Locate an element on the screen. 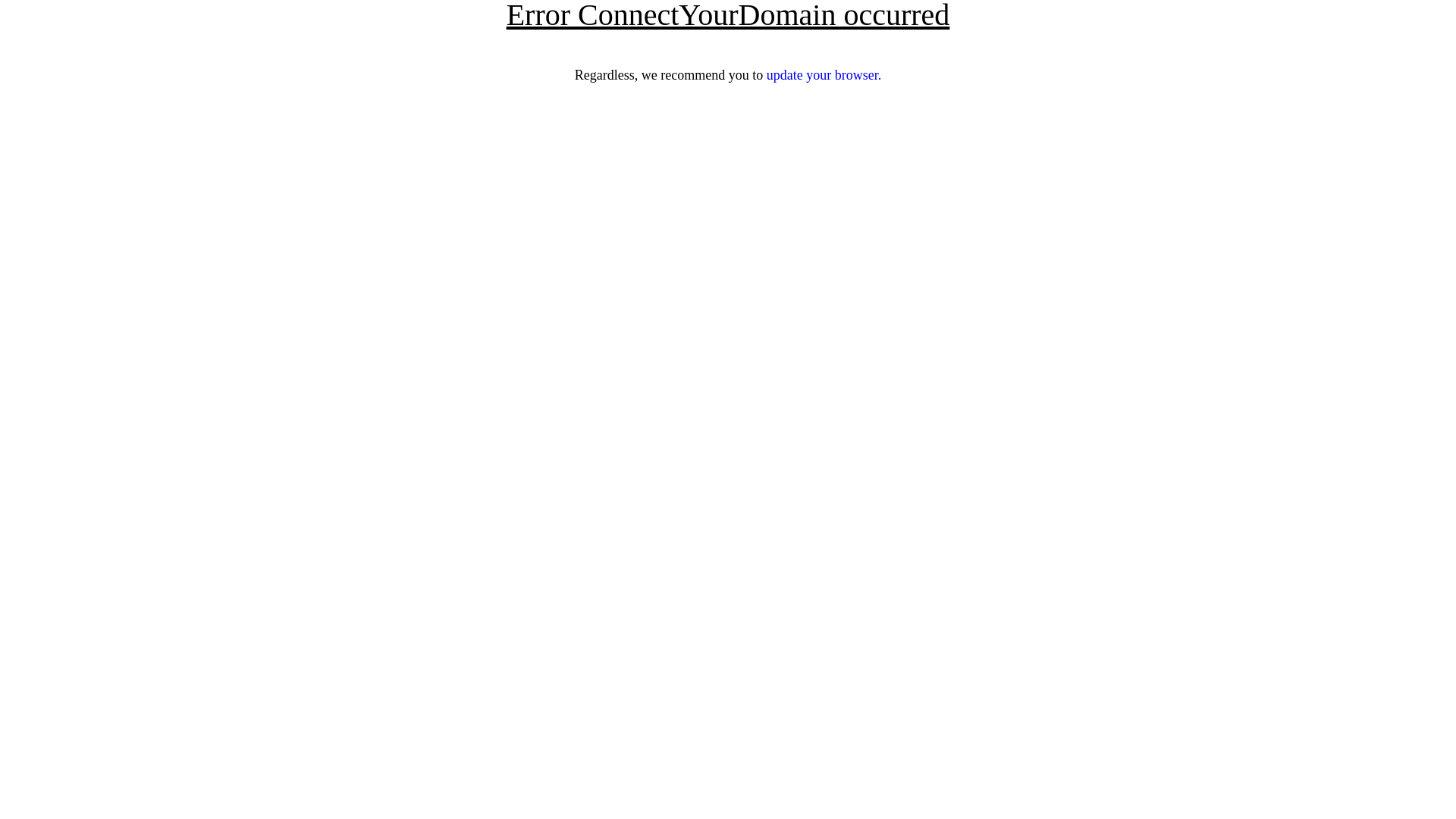  'update your browser.' is located at coordinates (823, 75).